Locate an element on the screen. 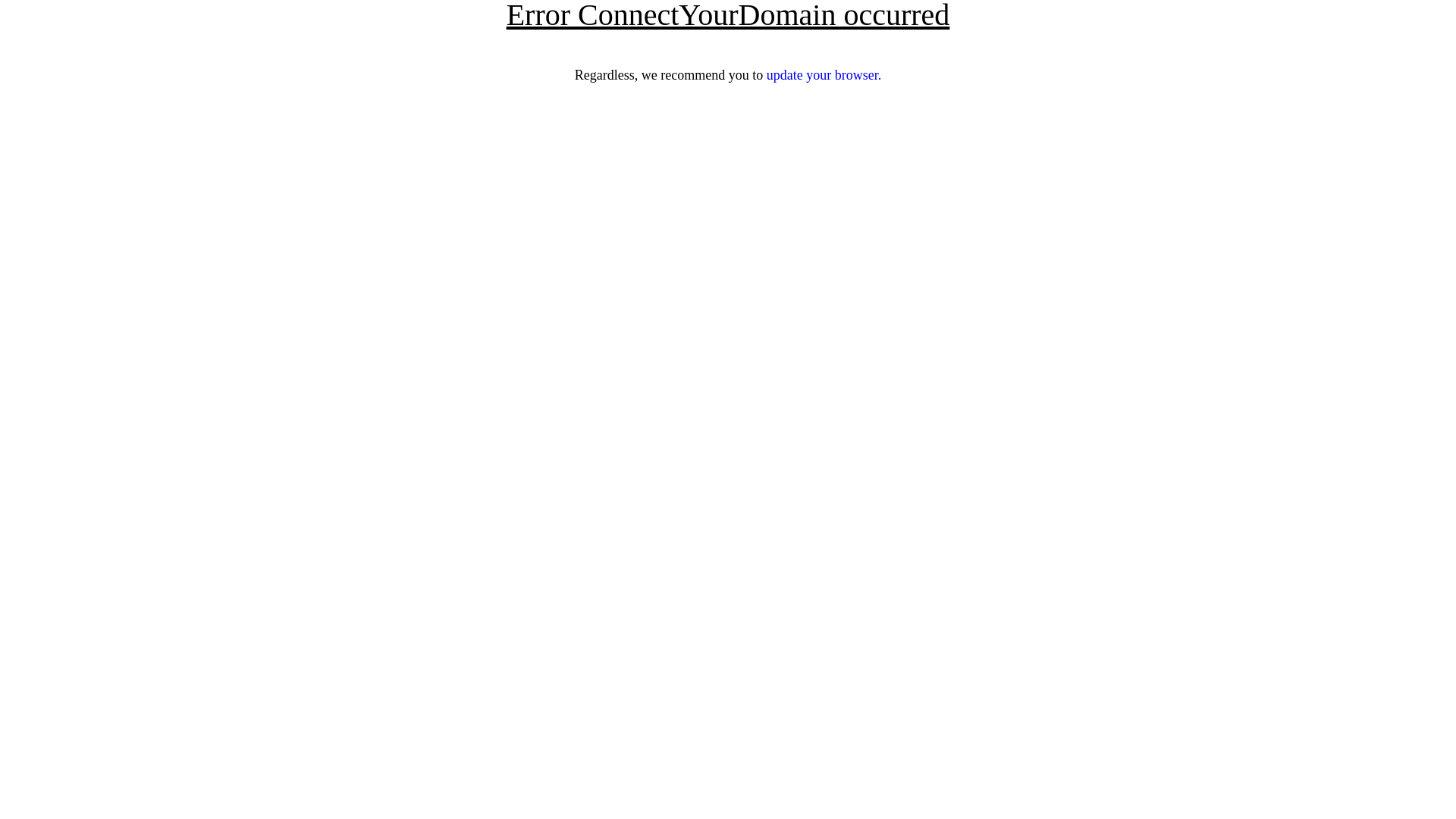  'update your browser.' is located at coordinates (823, 75).